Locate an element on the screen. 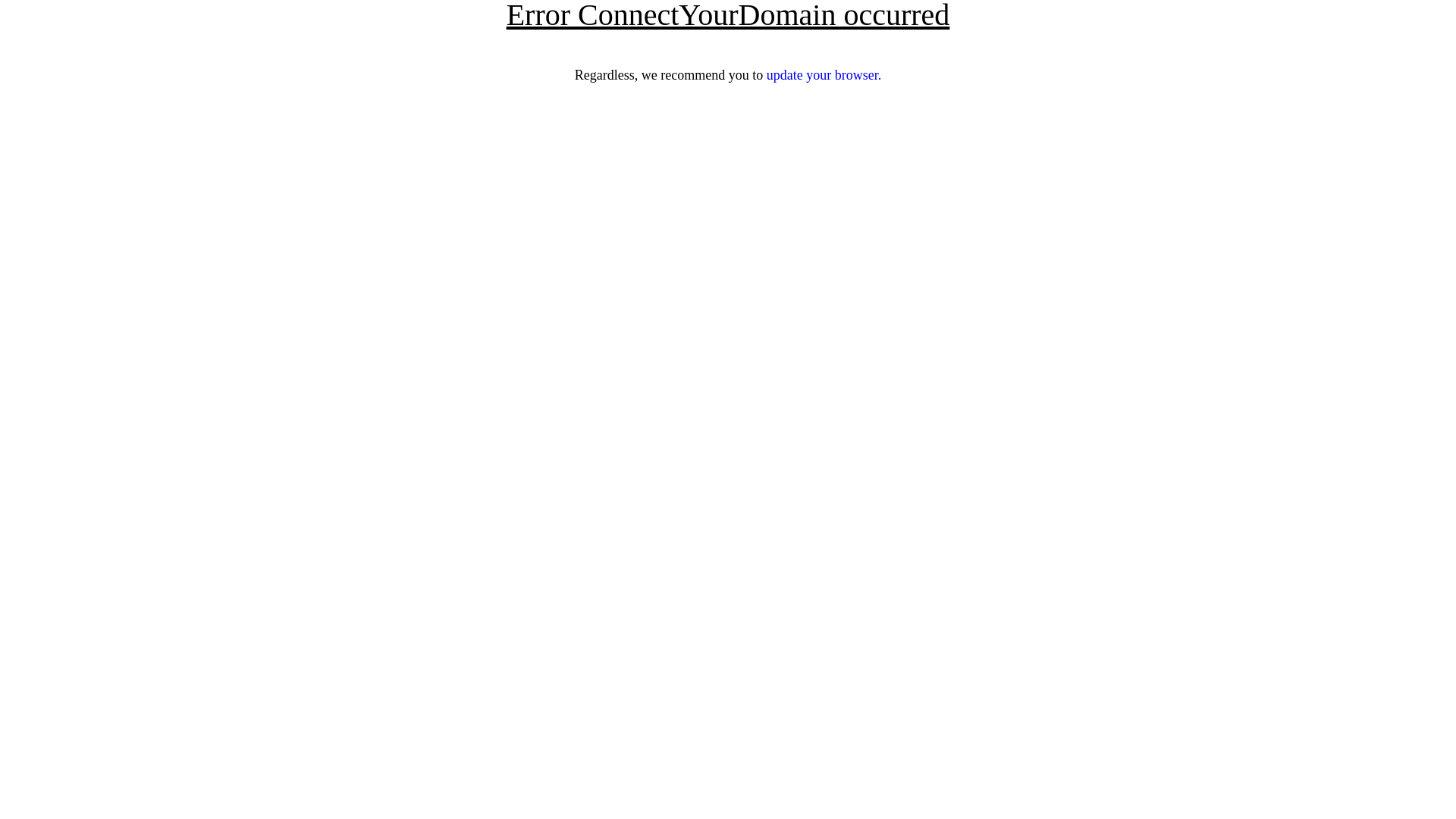  'update your browser.' is located at coordinates (823, 75).